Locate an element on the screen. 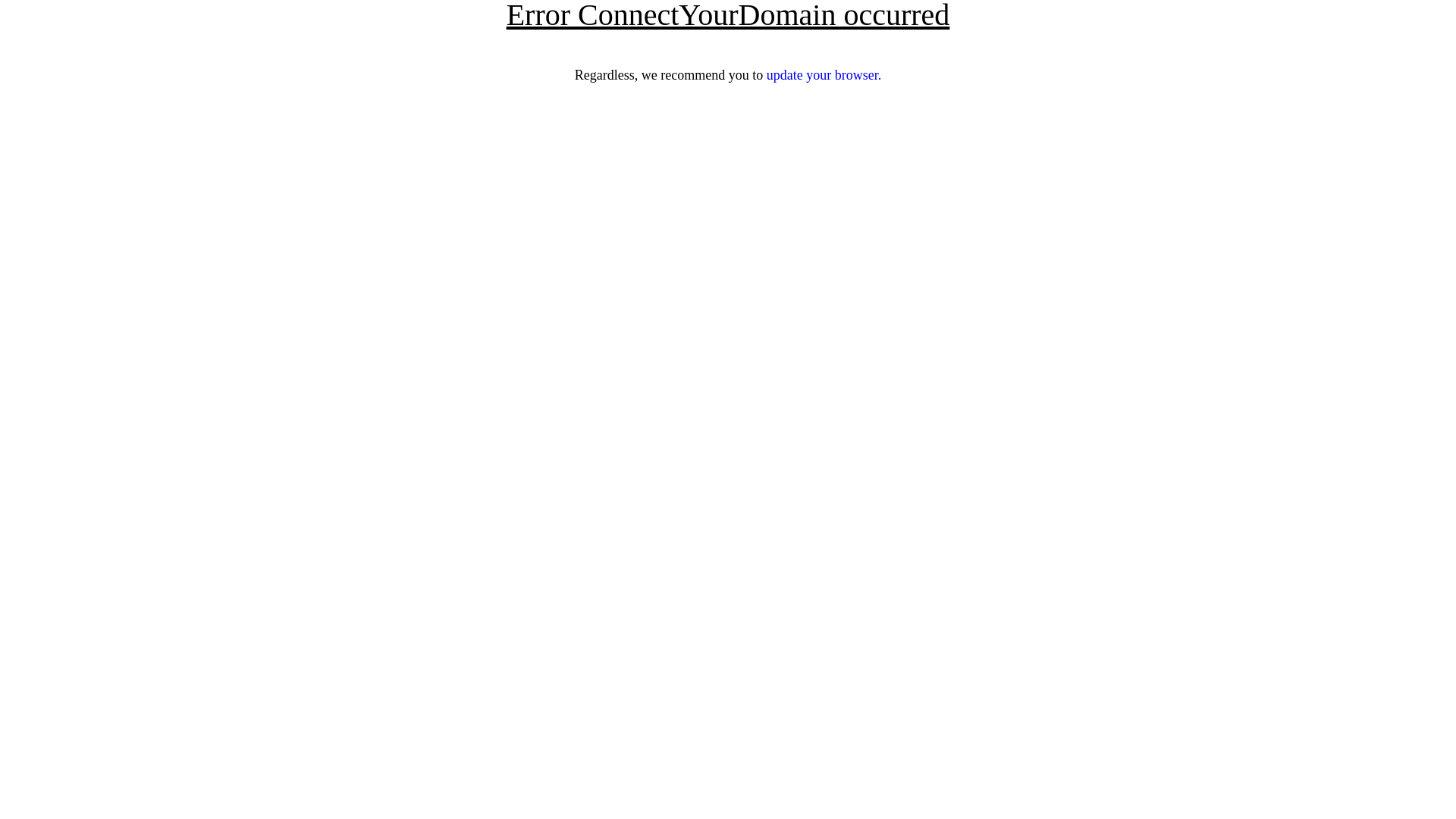  'update your browser.' is located at coordinates (823, 75).